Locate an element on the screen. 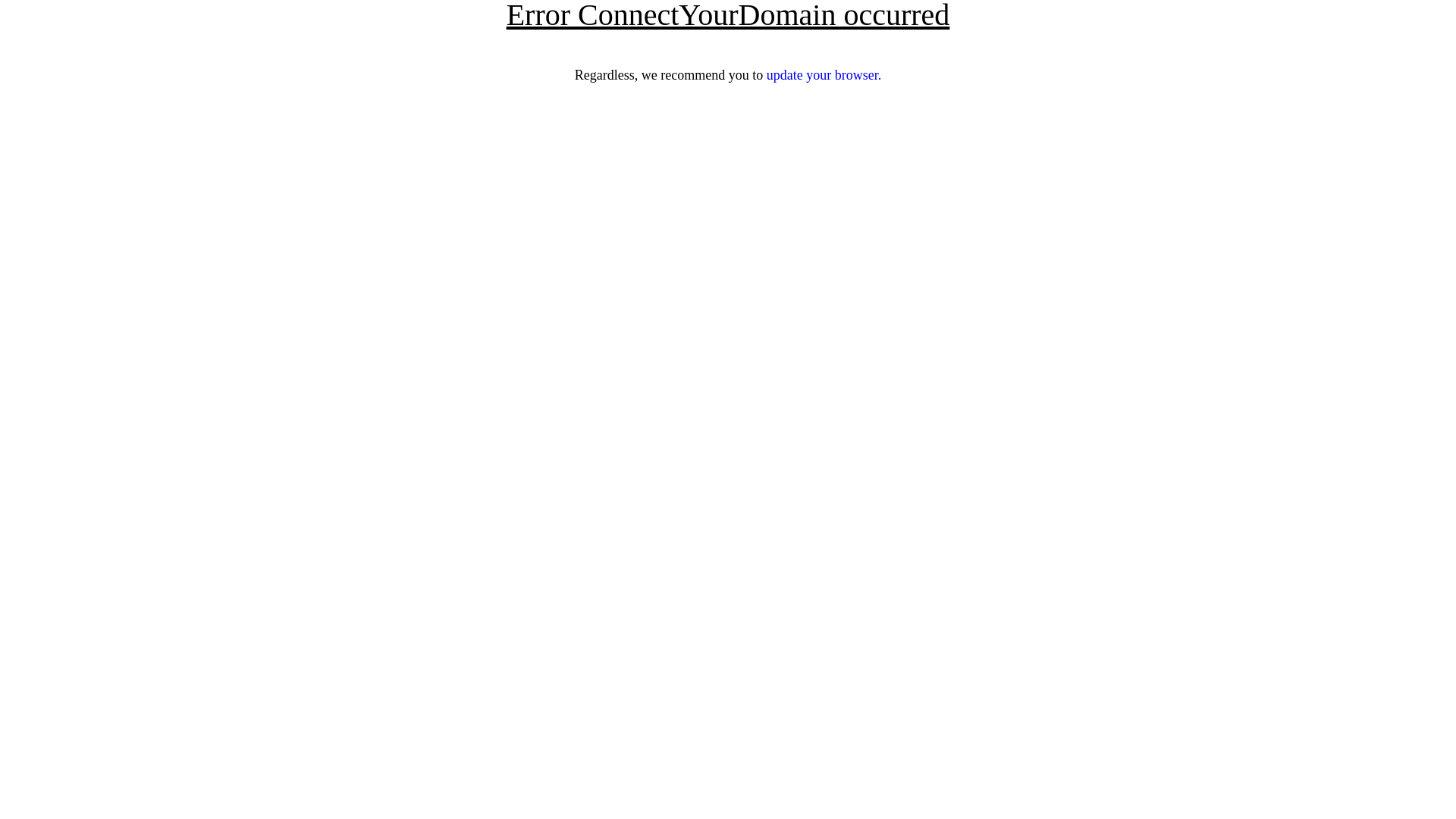  'update your browser.' is located at coordinates (823, 75).